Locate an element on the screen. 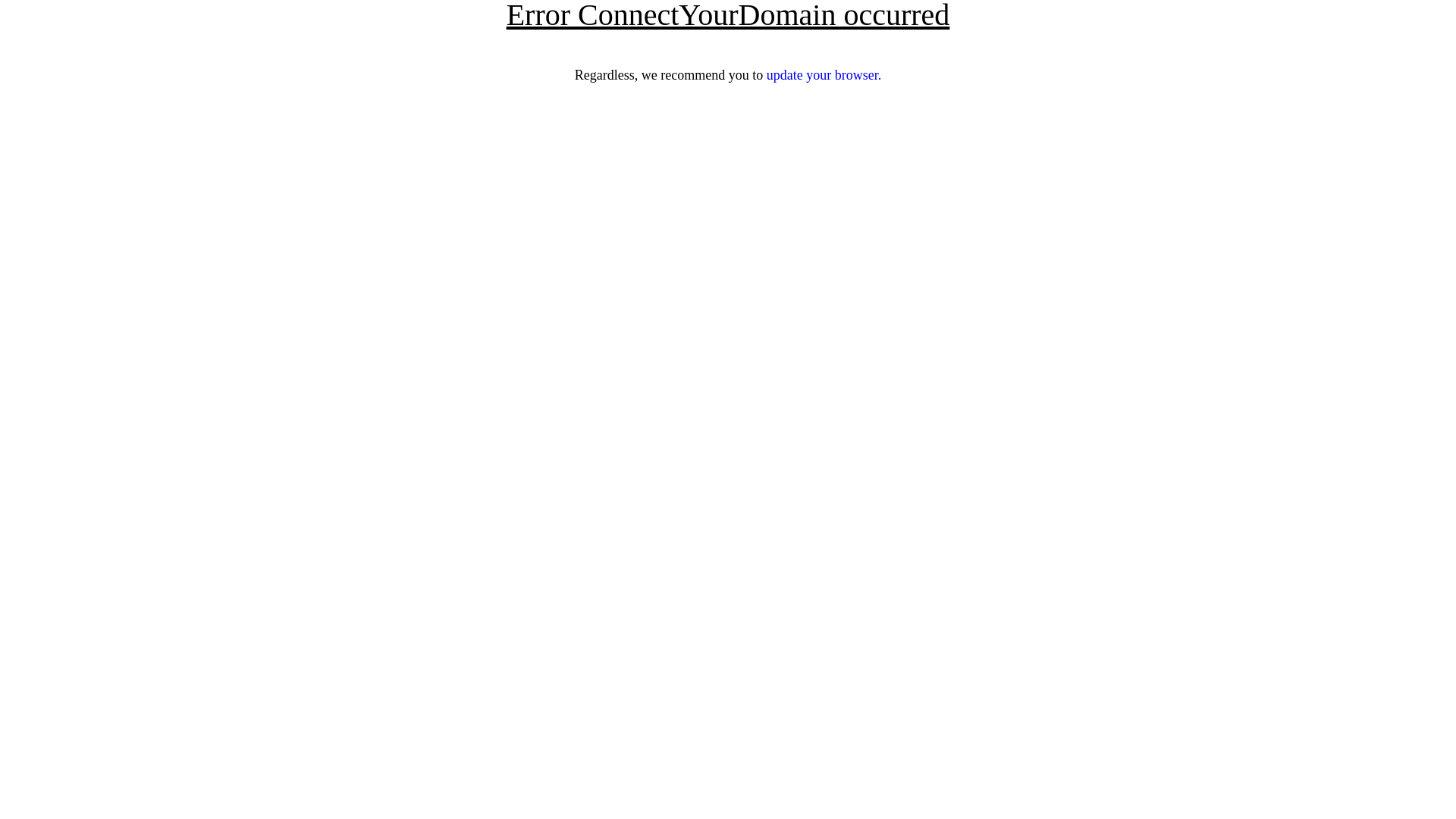  'update your browser.' is located at coordinates (823, 75).